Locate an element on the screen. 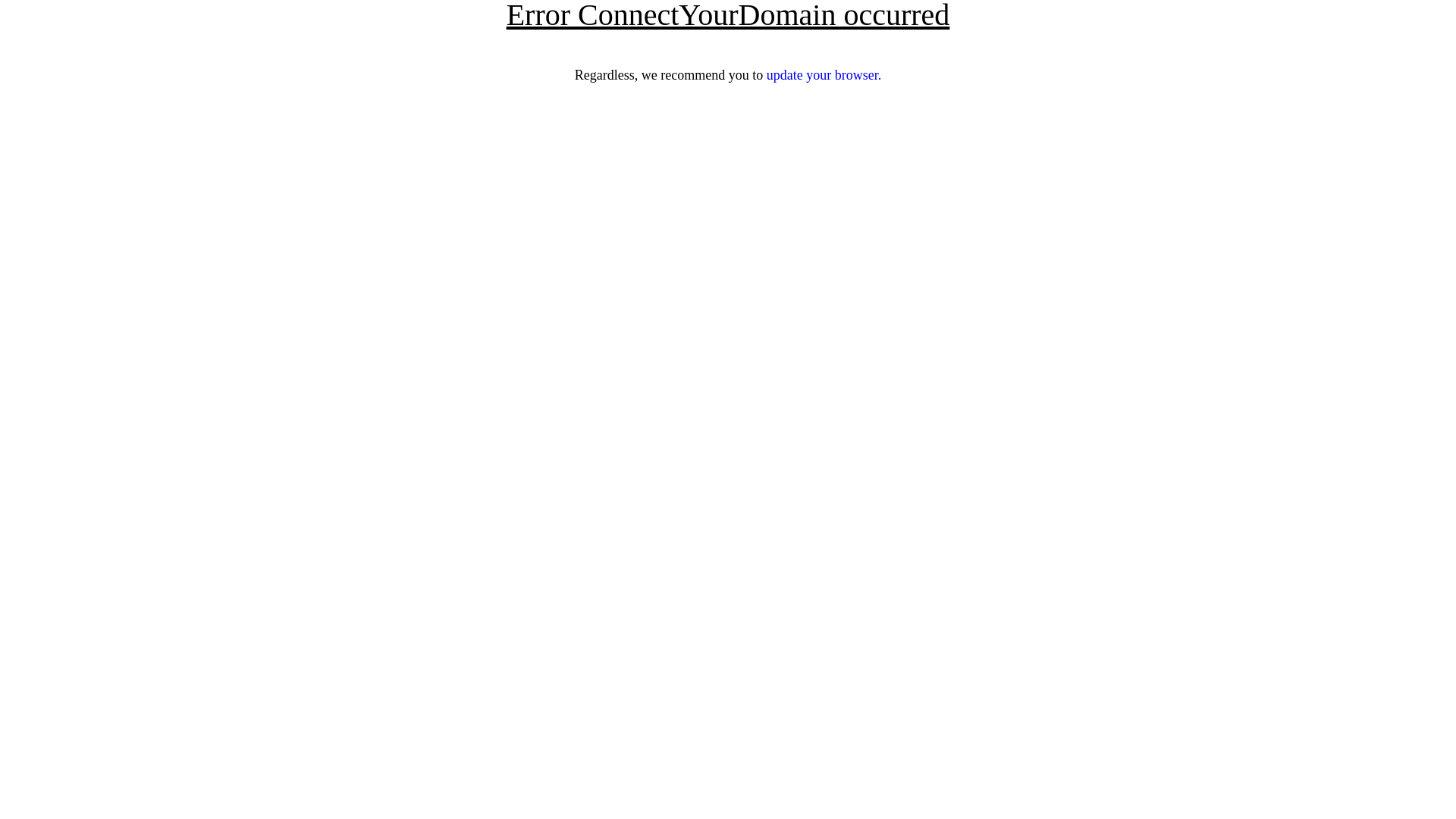  'update your browser.' is located at coordinates (823, 75).